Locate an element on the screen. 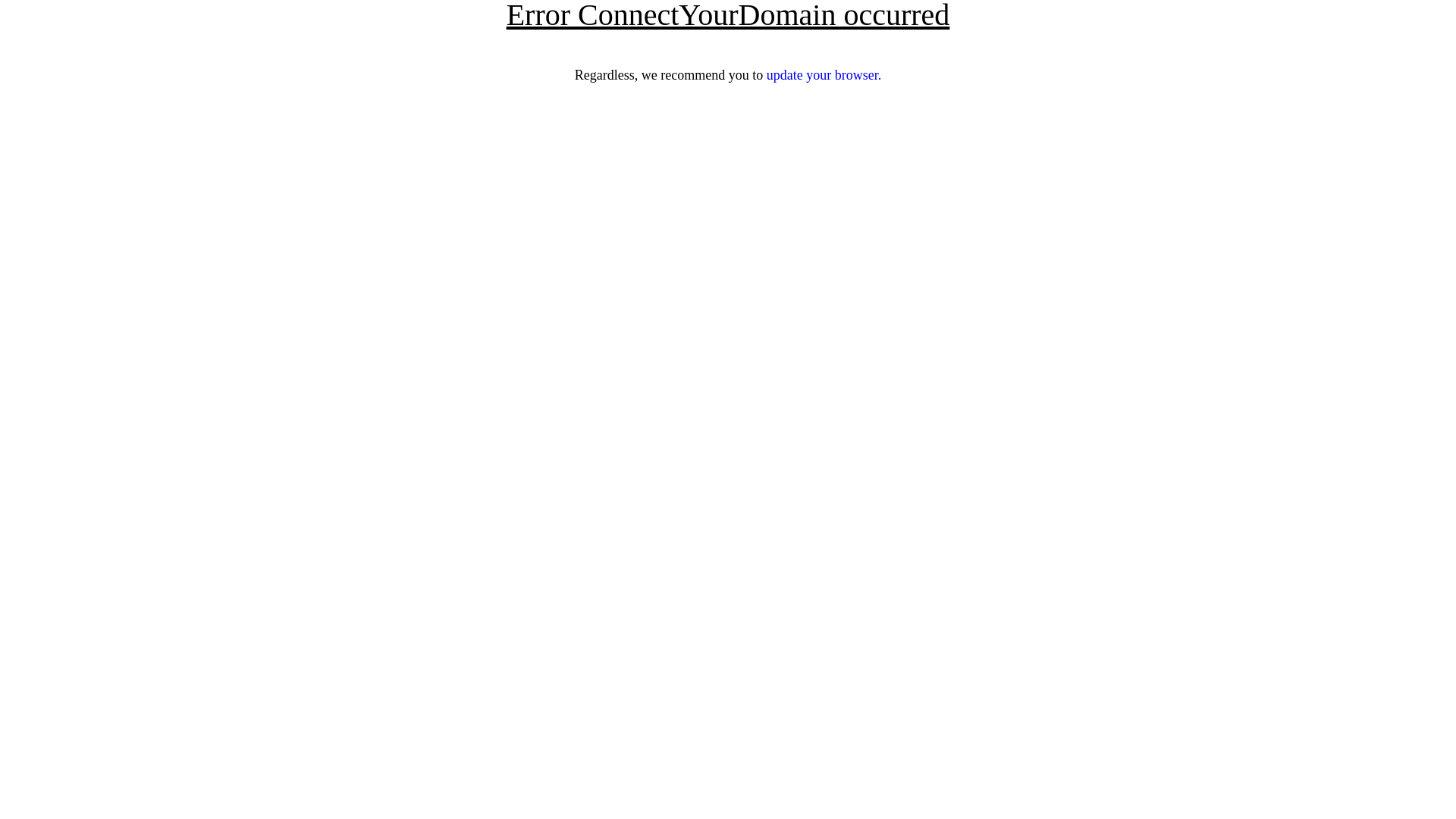  'update your browser.' is located at coordinates (823, 75).